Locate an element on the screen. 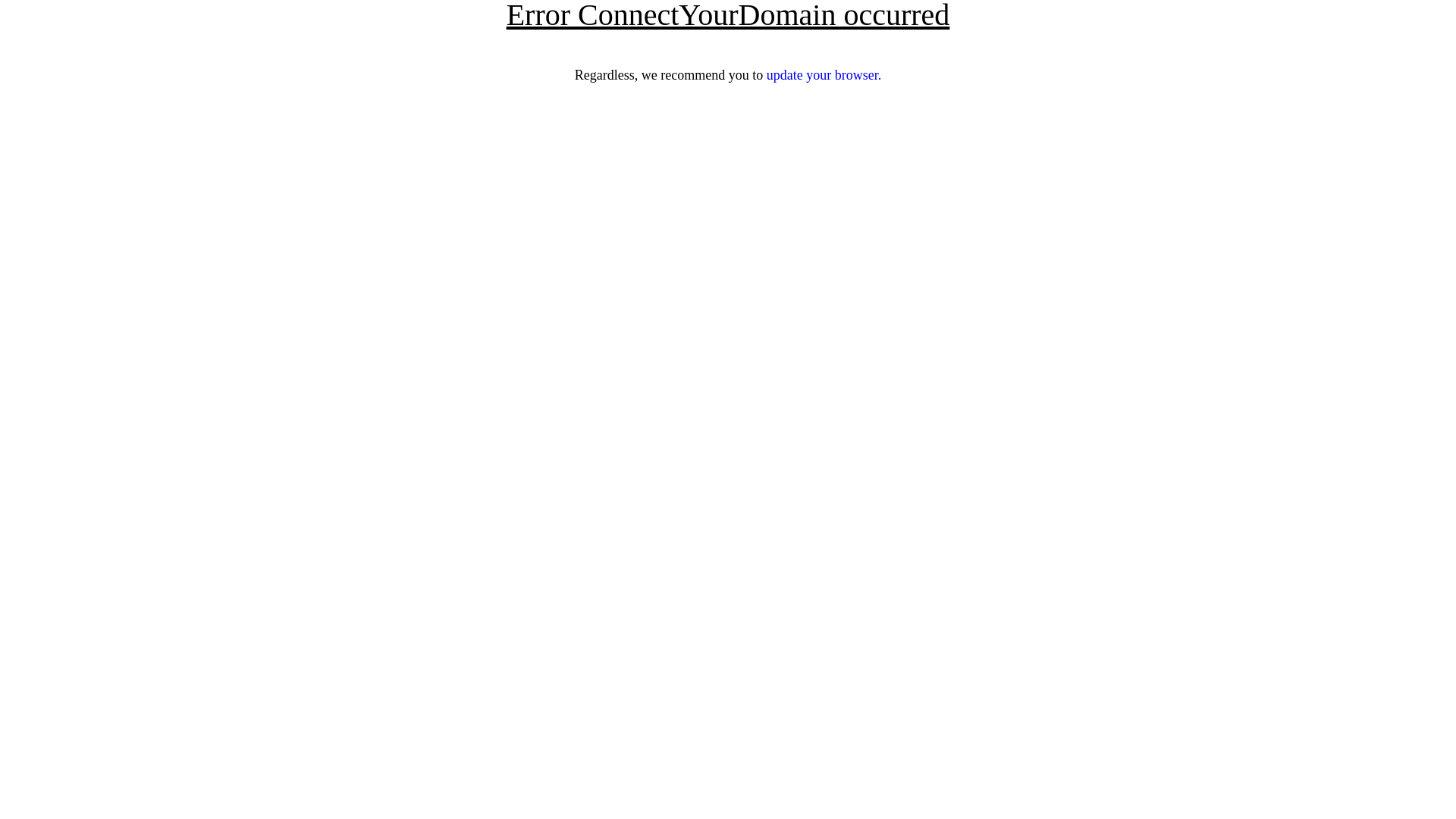  'update your browser.' is located at coordinates (823, 75).